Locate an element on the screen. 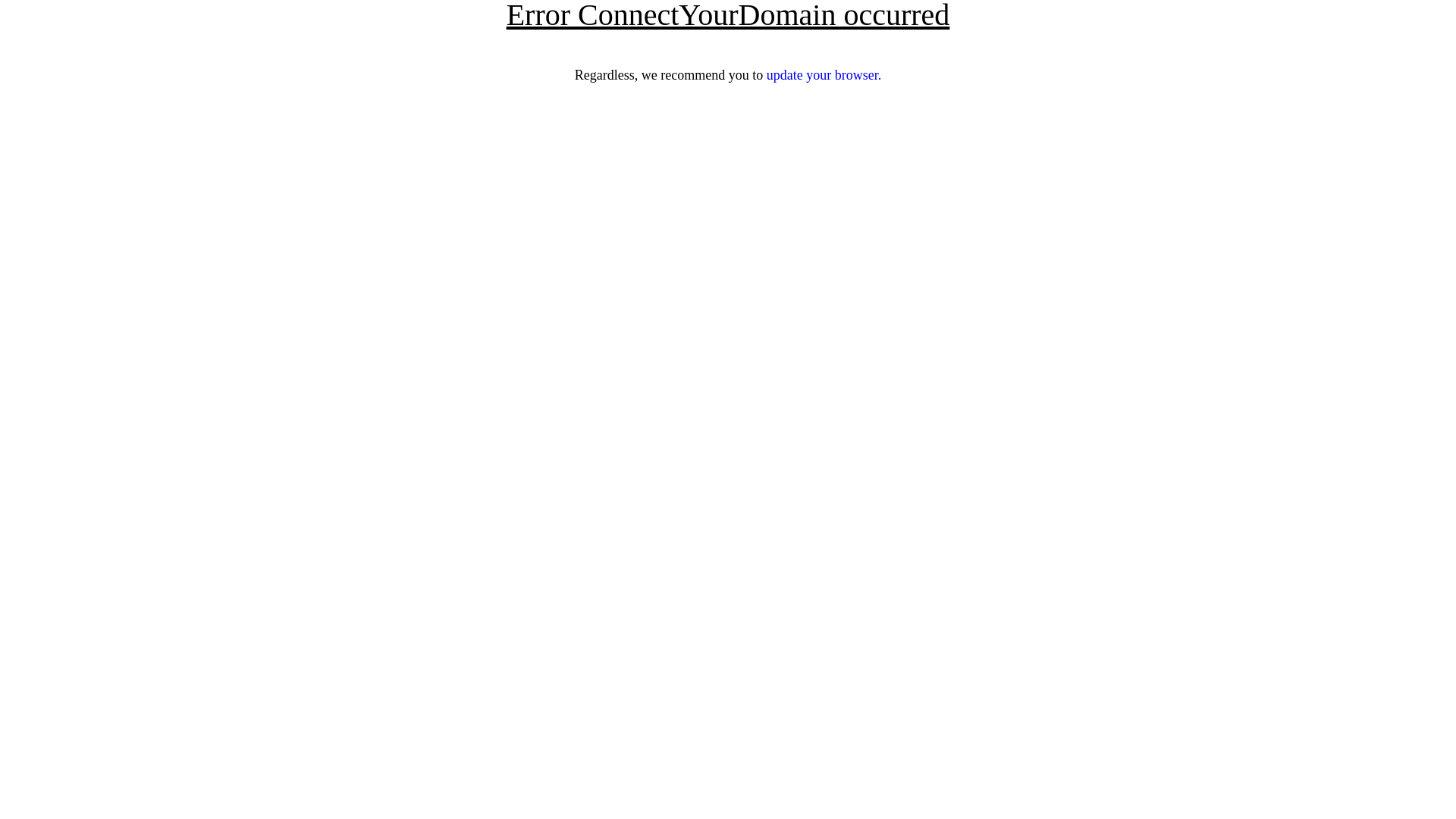  'update your browser.' is located at coordinates (823, 75).